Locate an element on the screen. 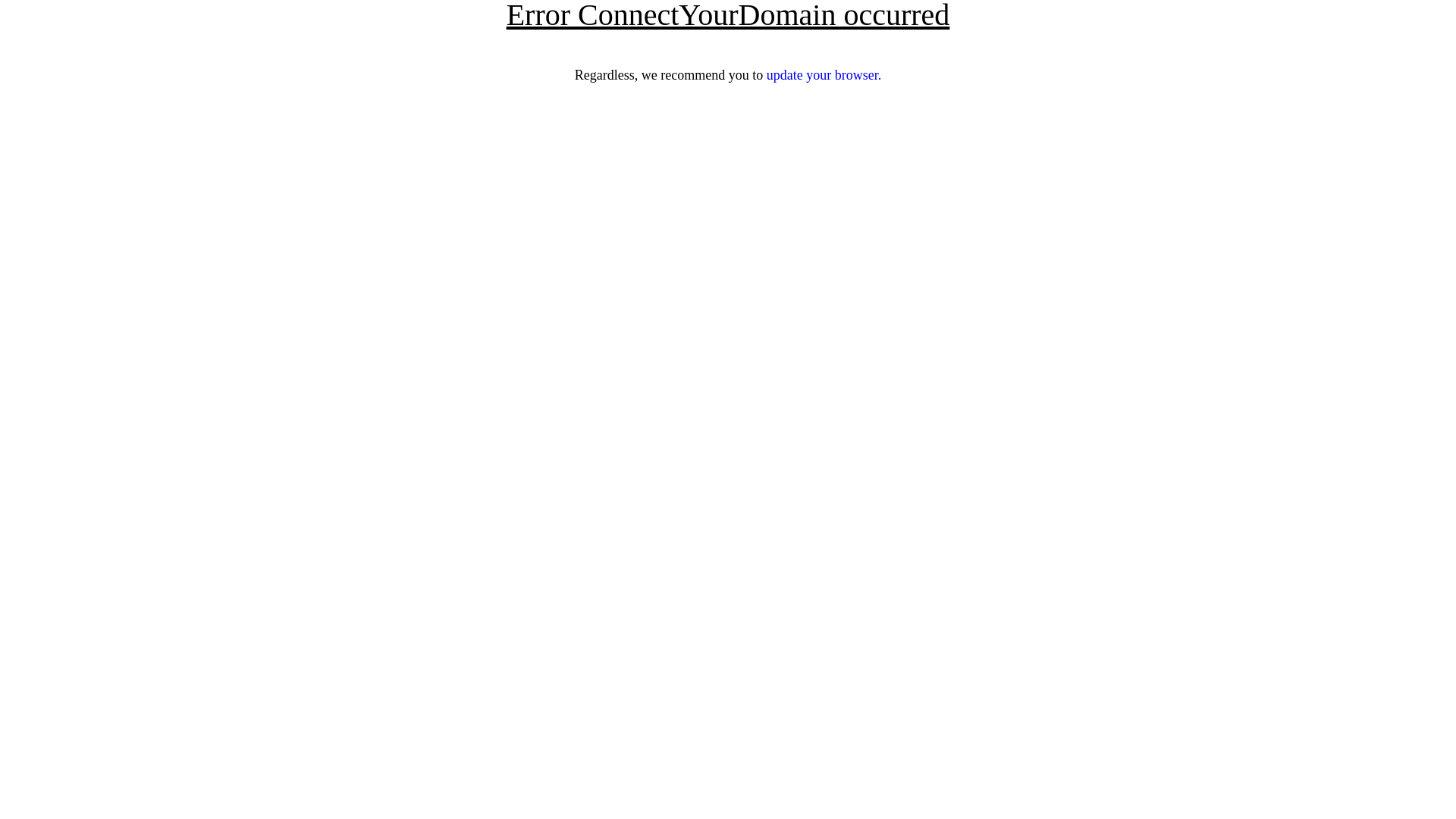  'update your browser.' is located at coordinates (823, 75).